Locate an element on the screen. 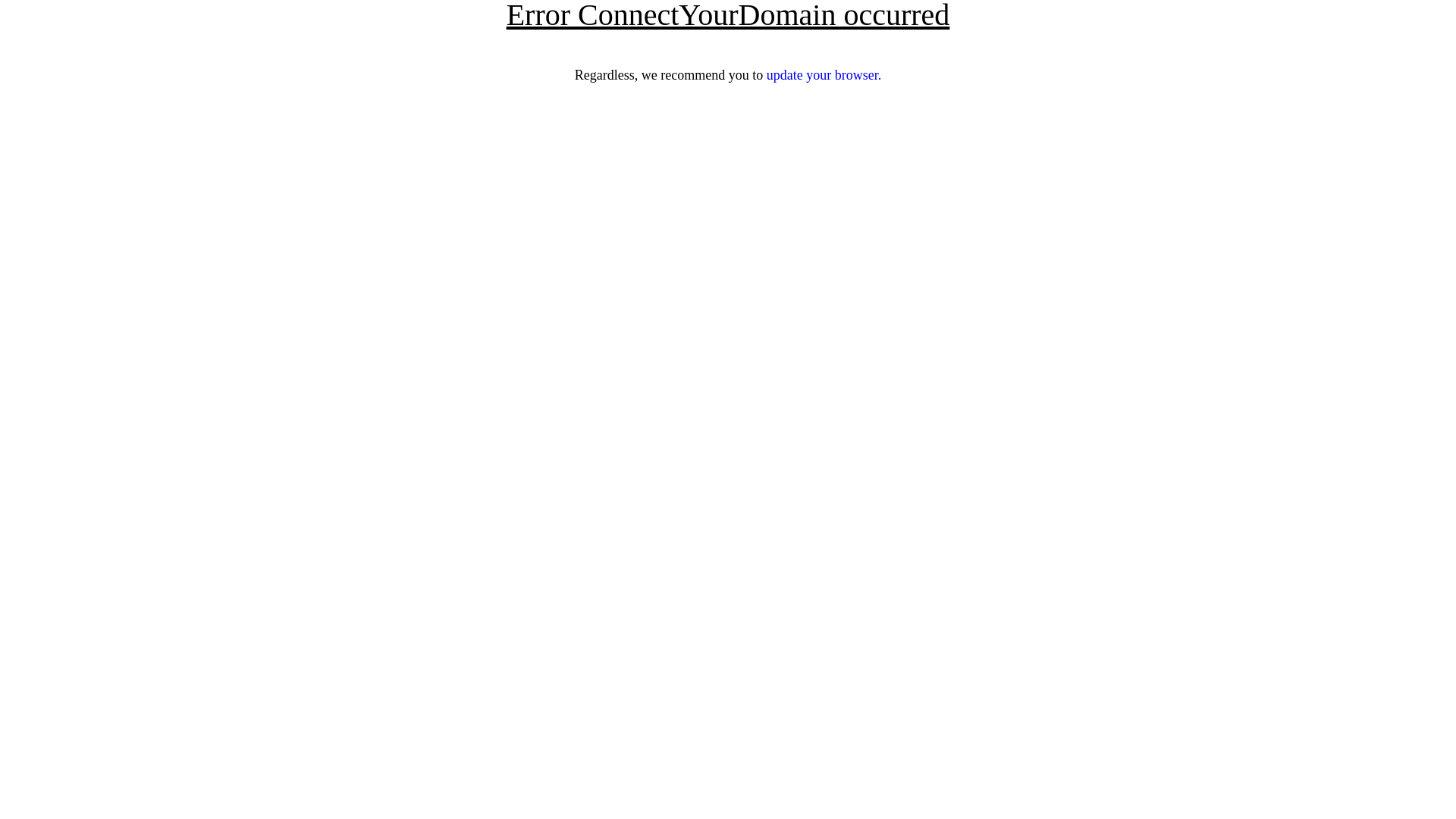  'update your browser.' is located at coordinates (823, 75).